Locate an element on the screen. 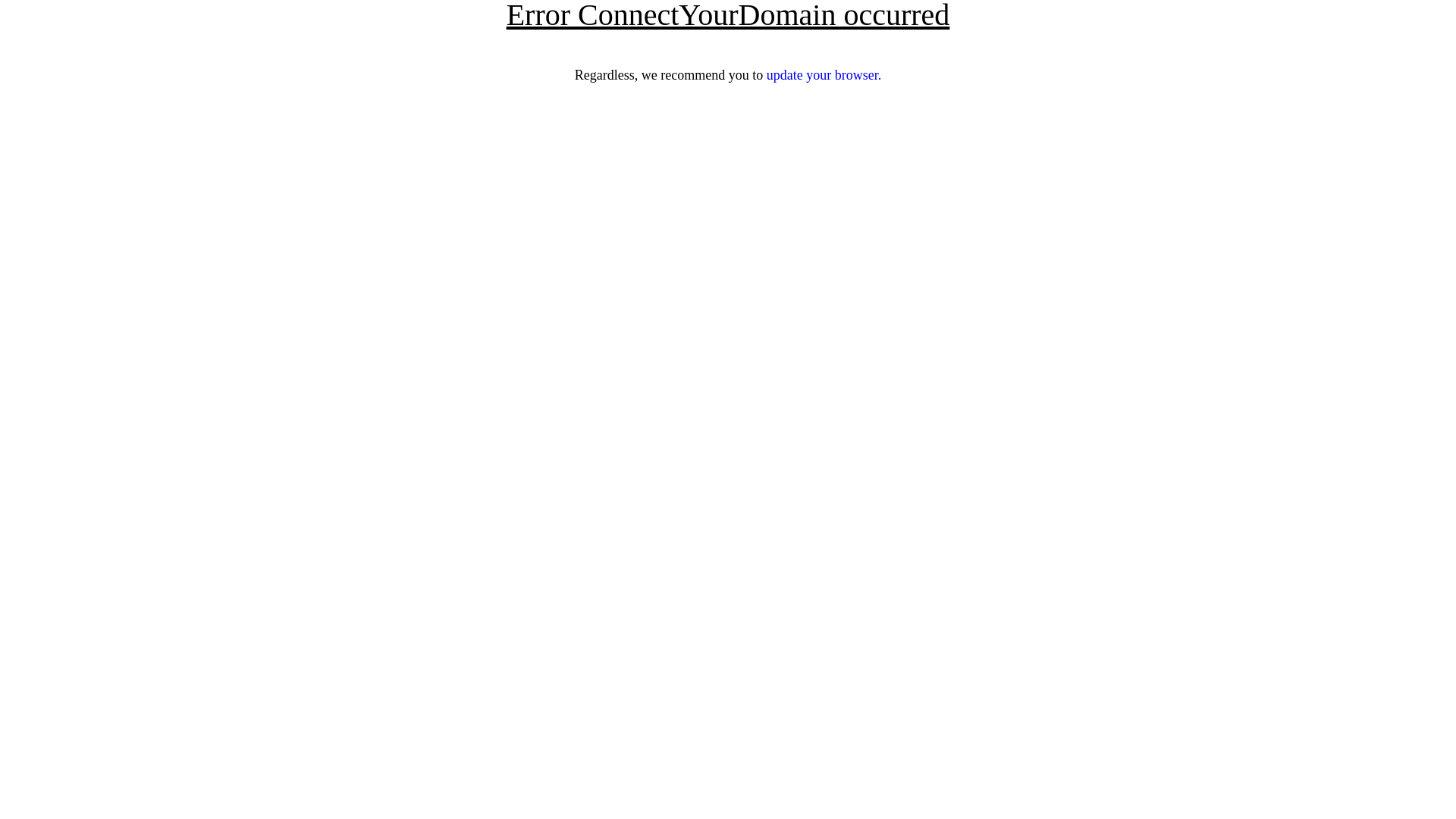  'update your browser.' is located at coordinates (823, 75).